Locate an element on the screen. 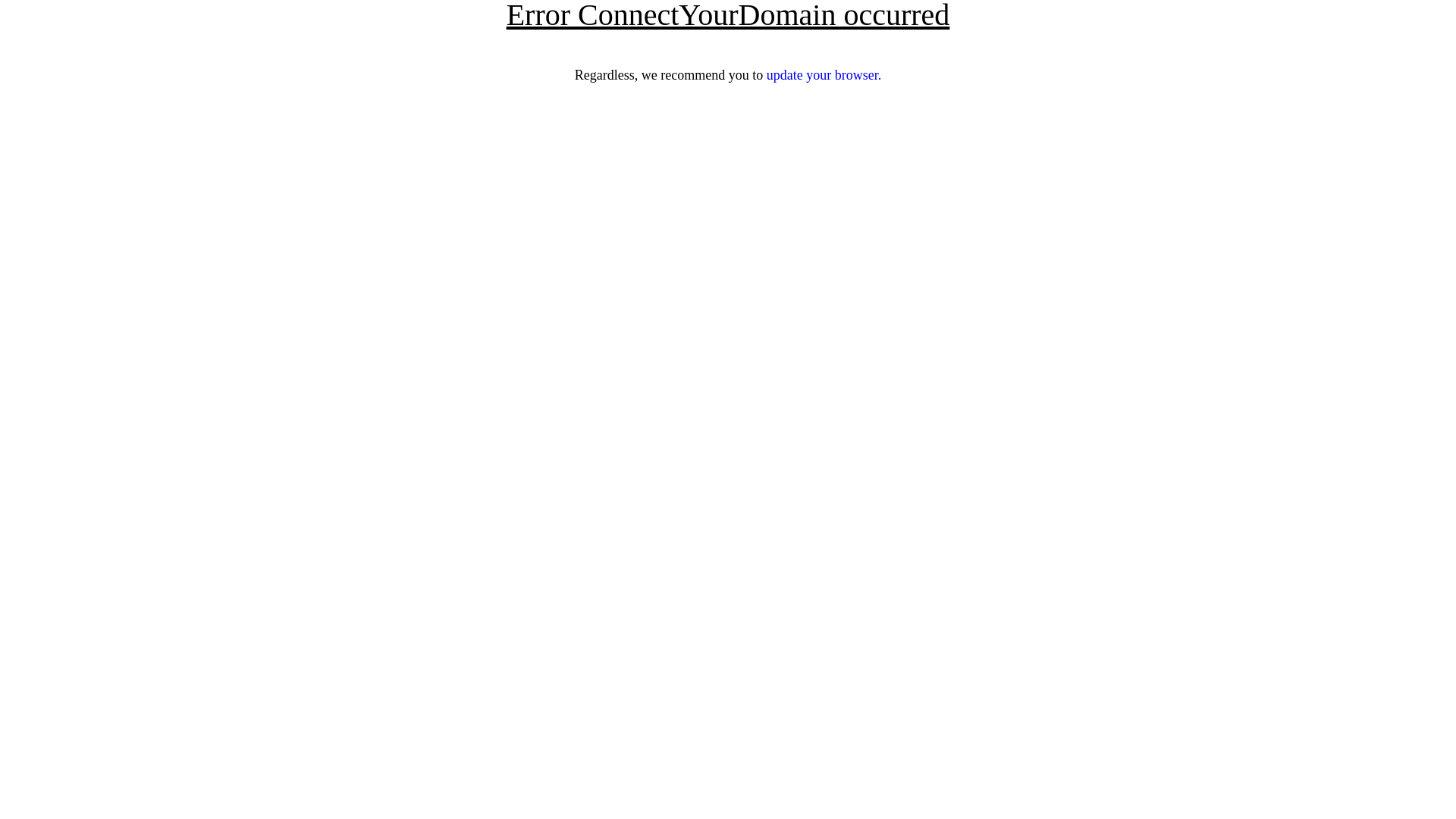  'update your browser.' is located at coordinates (823, 75).